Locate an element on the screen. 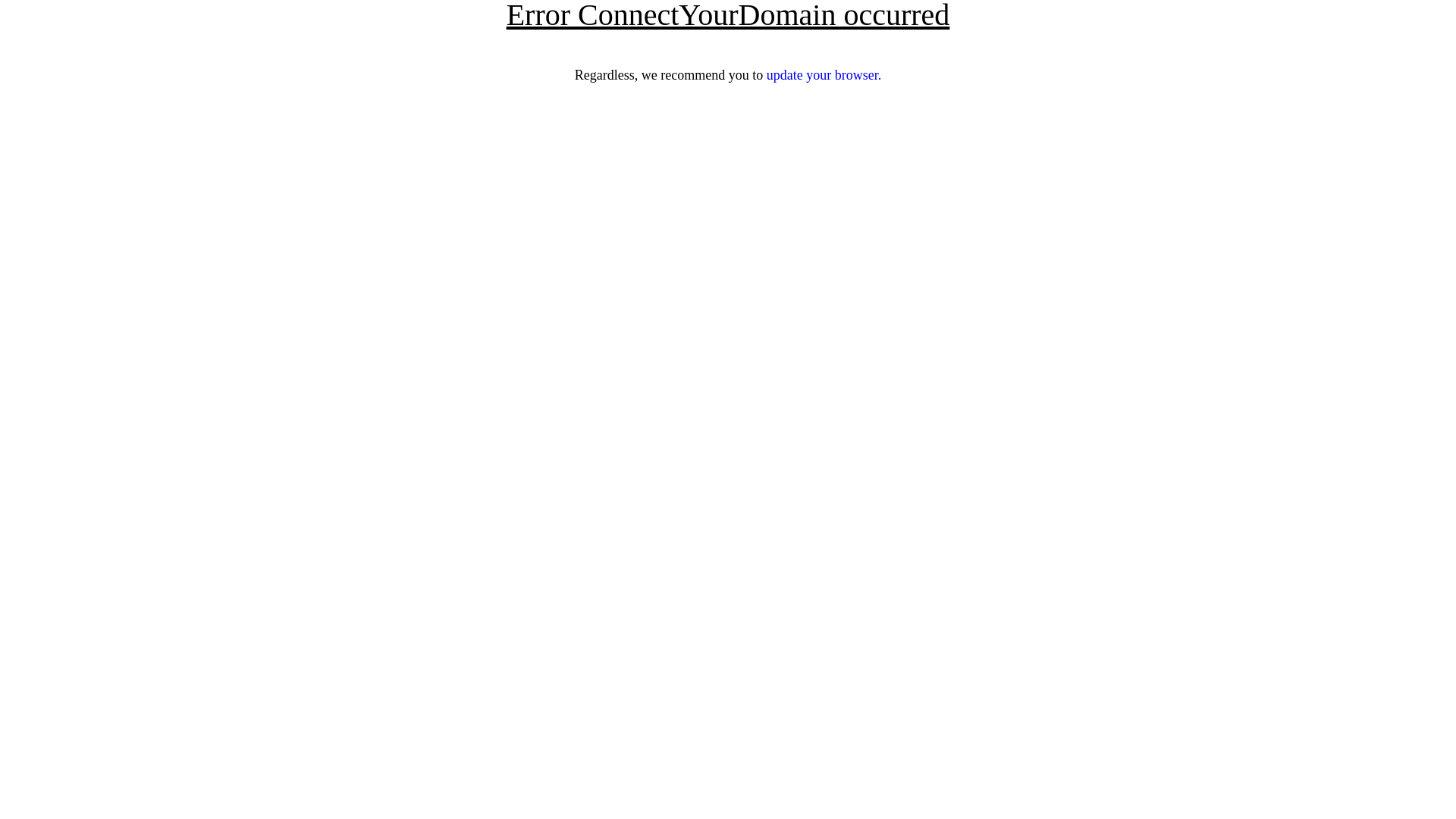  'update your browser.' is located at coordinates (823, 75).